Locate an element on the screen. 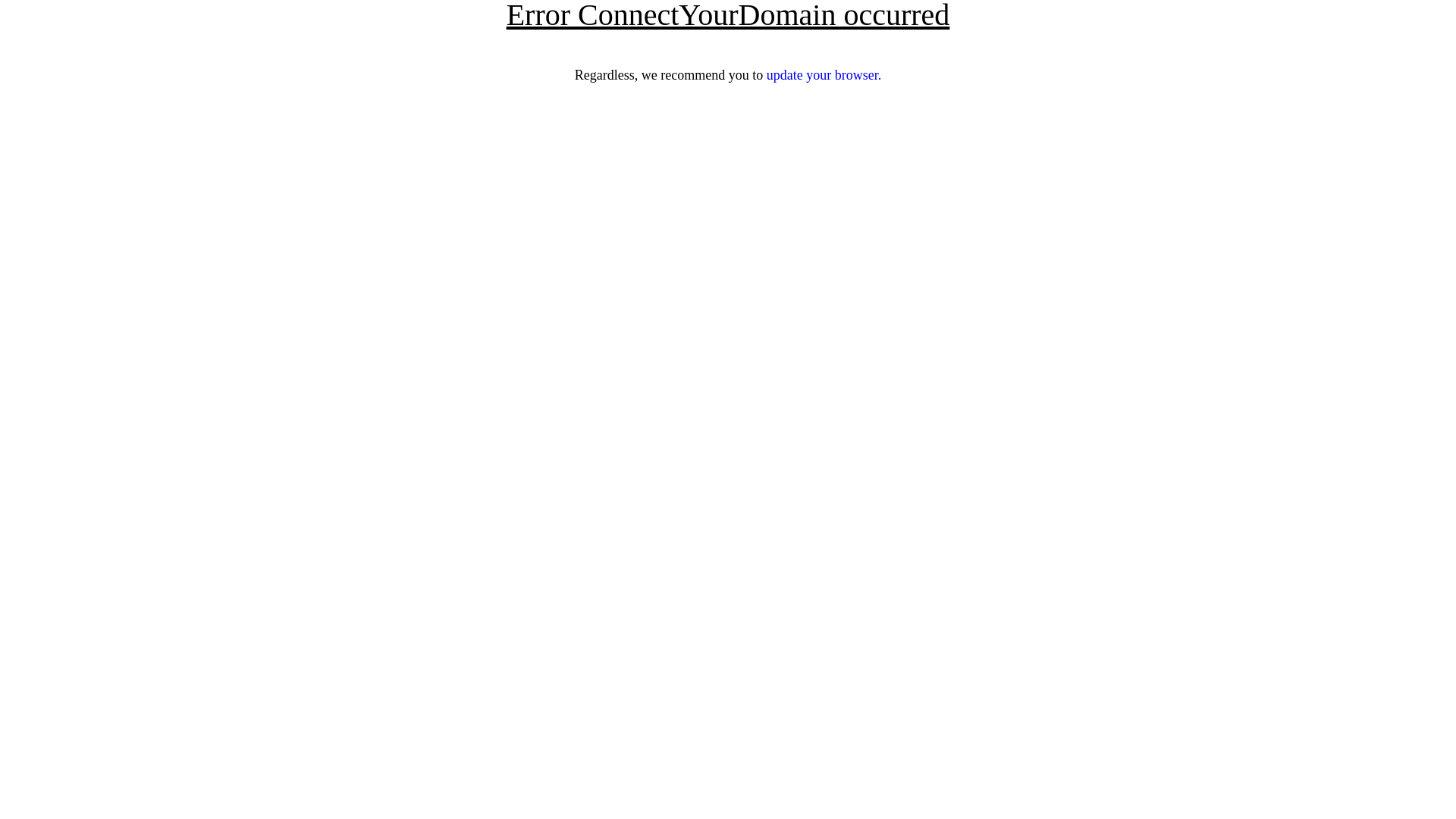  'update your browser.' is located at coordinates (823, 75).